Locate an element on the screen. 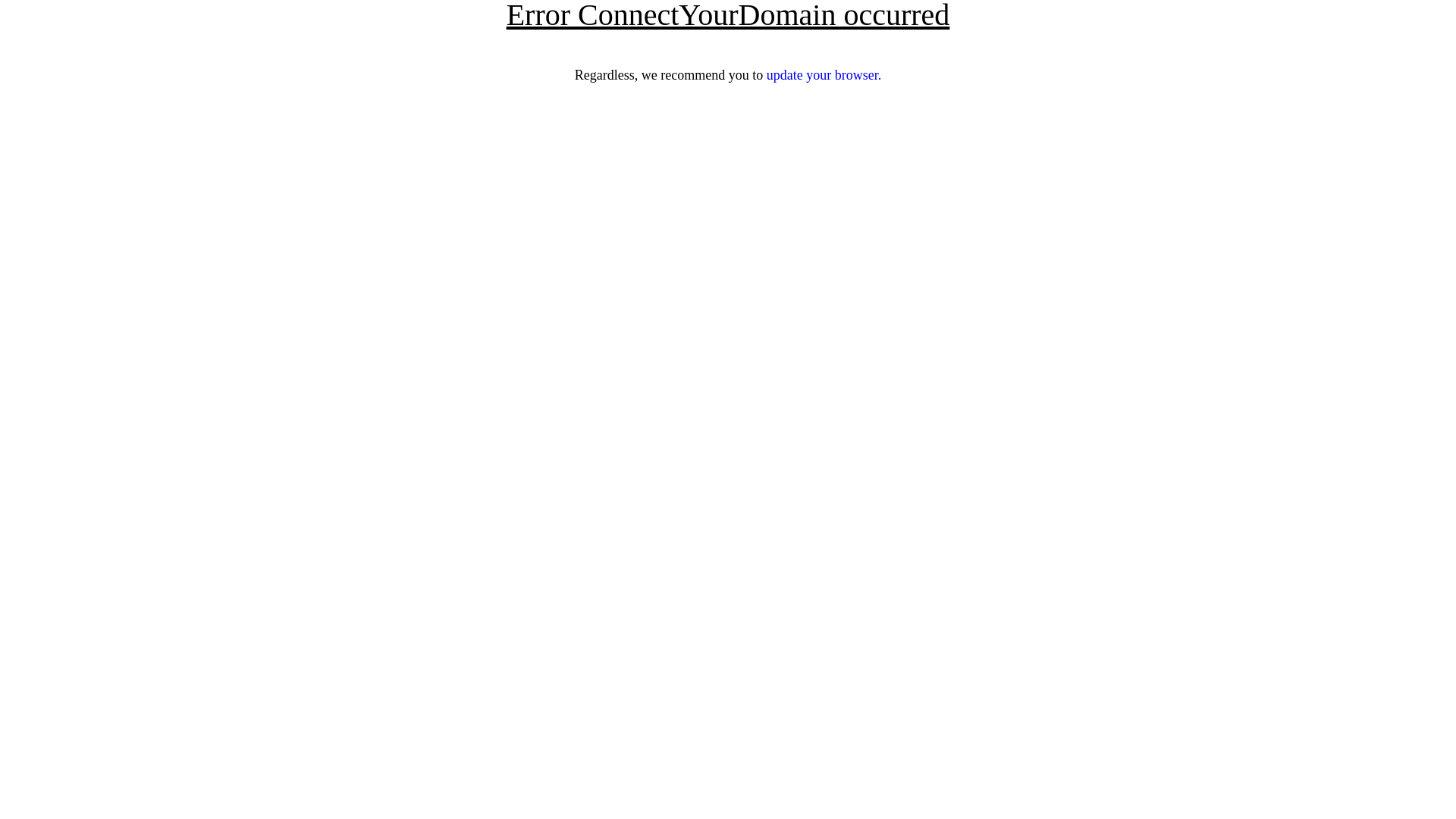  'update your browser.' is located at coordinates (823, 75).